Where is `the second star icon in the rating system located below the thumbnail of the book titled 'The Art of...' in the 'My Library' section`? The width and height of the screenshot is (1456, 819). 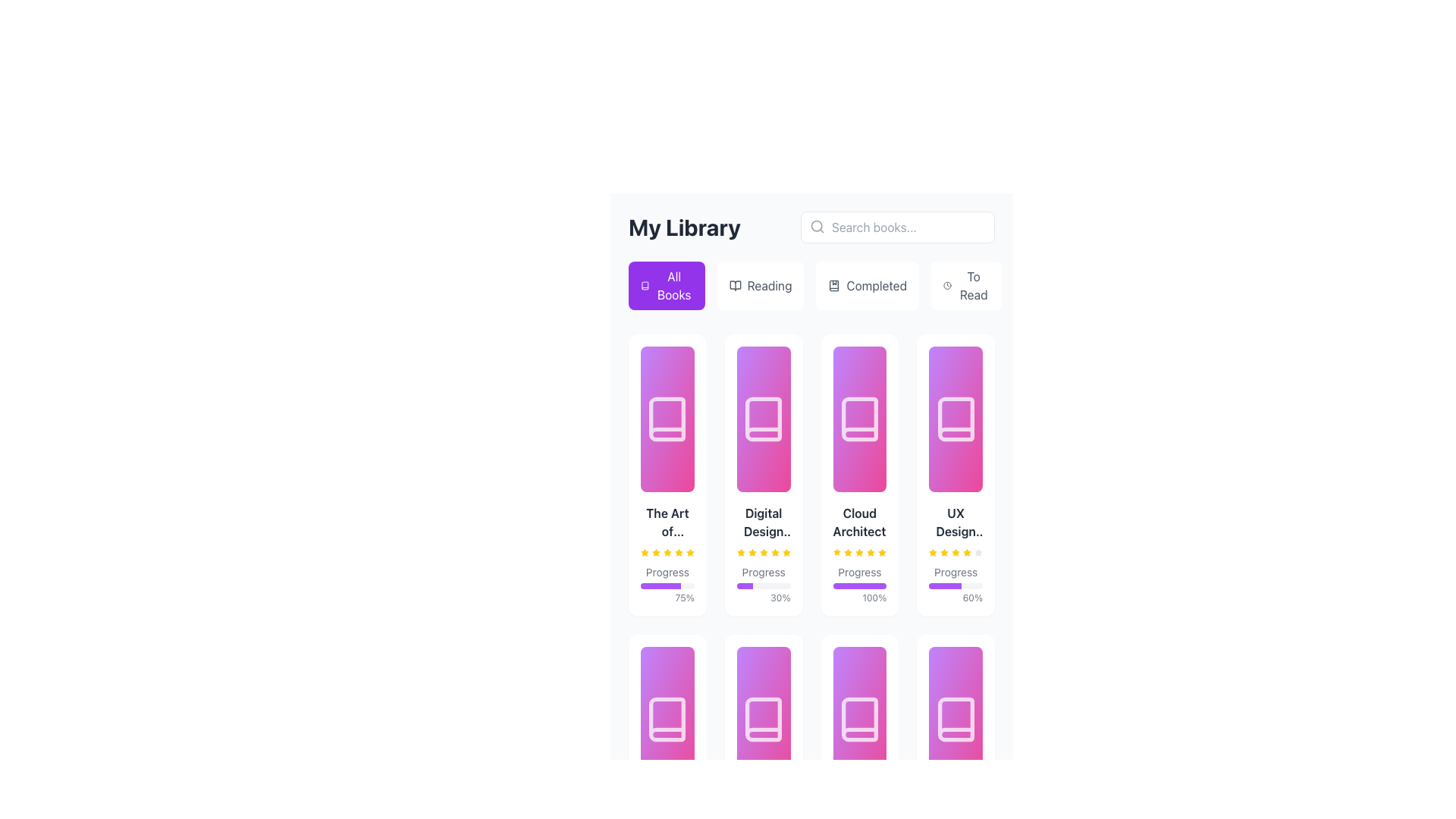
the second star icon in the rating system located below the thumbnail of the book titled 'The Art of...' in the 'My Library' section is located at coordinates (656, 553).